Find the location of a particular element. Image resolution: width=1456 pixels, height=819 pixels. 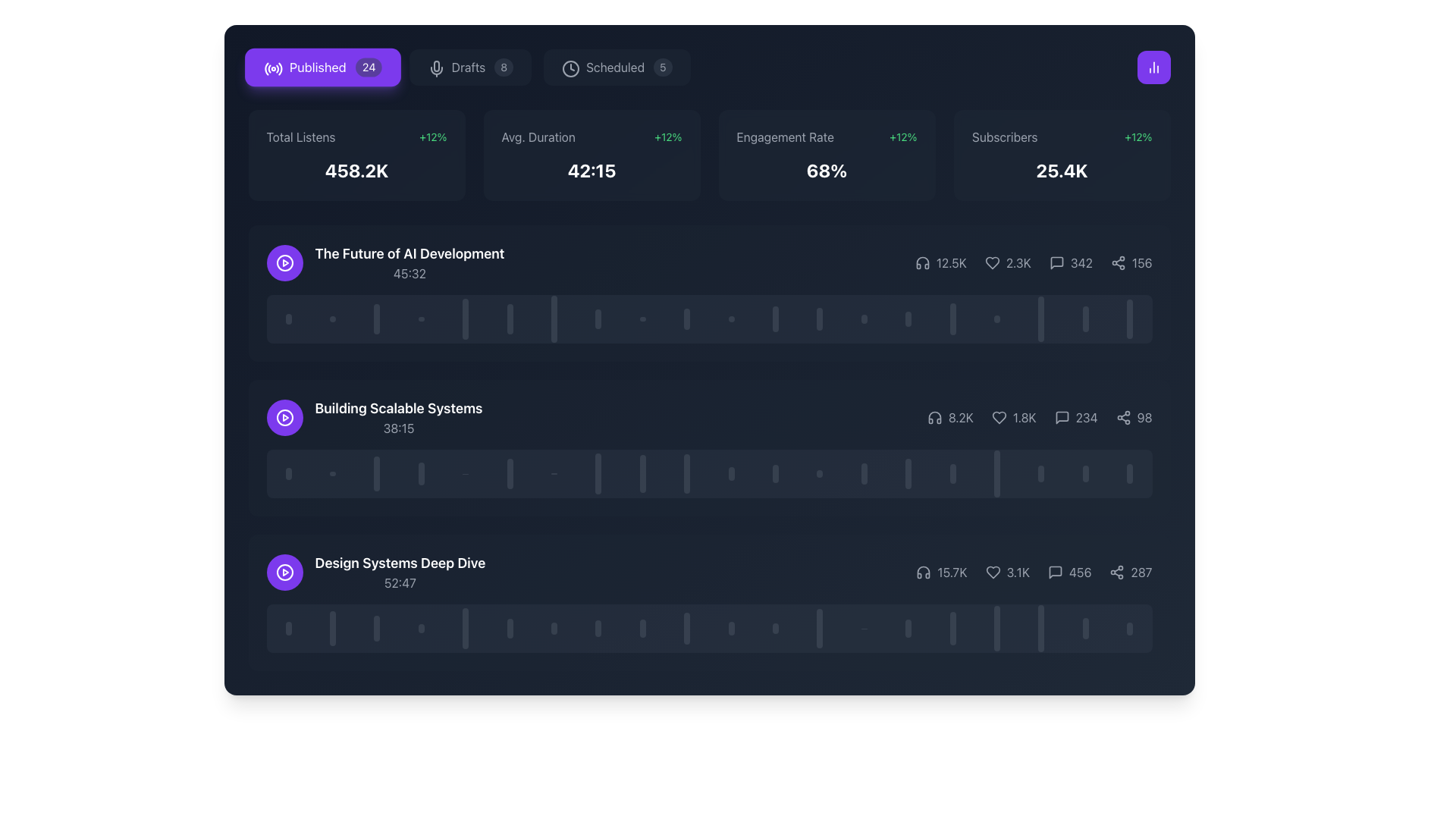

the like icon located in the interaction bar for the content entry titled 'Building Scalable Systems' to like or unlike the content is located at coordinates (999, 418).